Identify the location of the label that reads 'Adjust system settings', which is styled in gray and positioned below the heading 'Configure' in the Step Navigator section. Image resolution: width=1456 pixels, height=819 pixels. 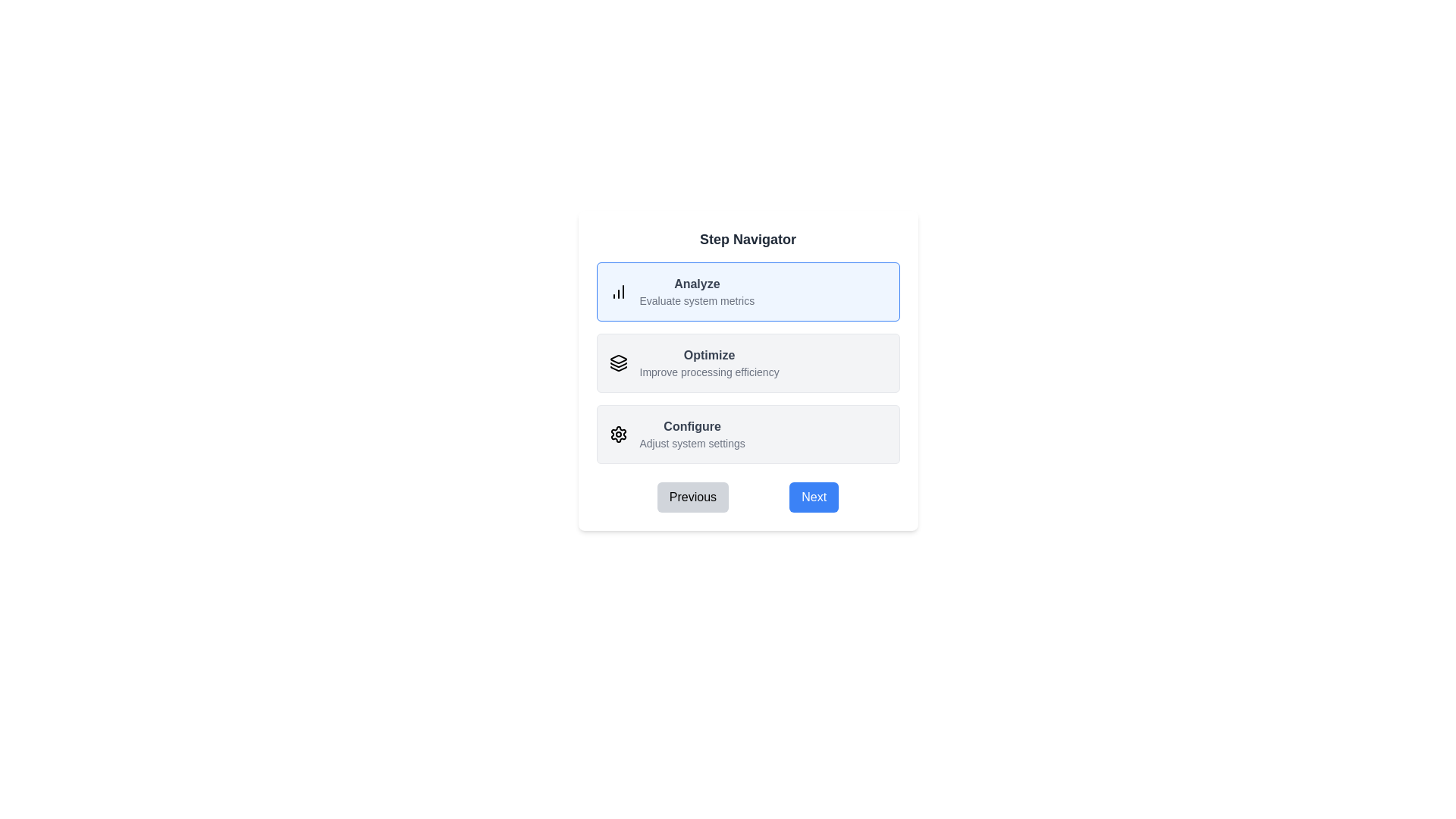
(692, 444).